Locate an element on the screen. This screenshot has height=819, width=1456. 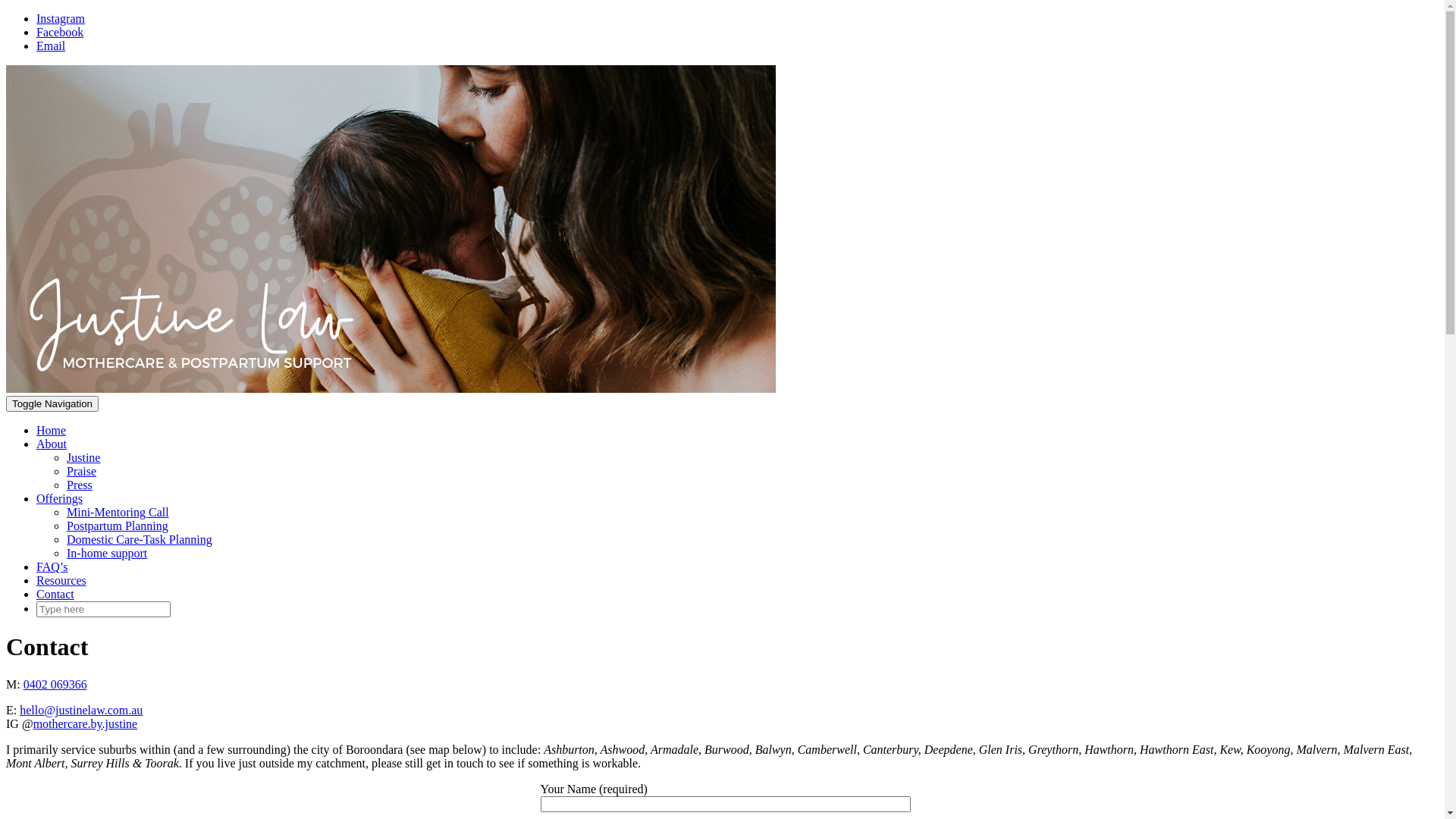
'Instagram' is located at coordinates (61, 18).